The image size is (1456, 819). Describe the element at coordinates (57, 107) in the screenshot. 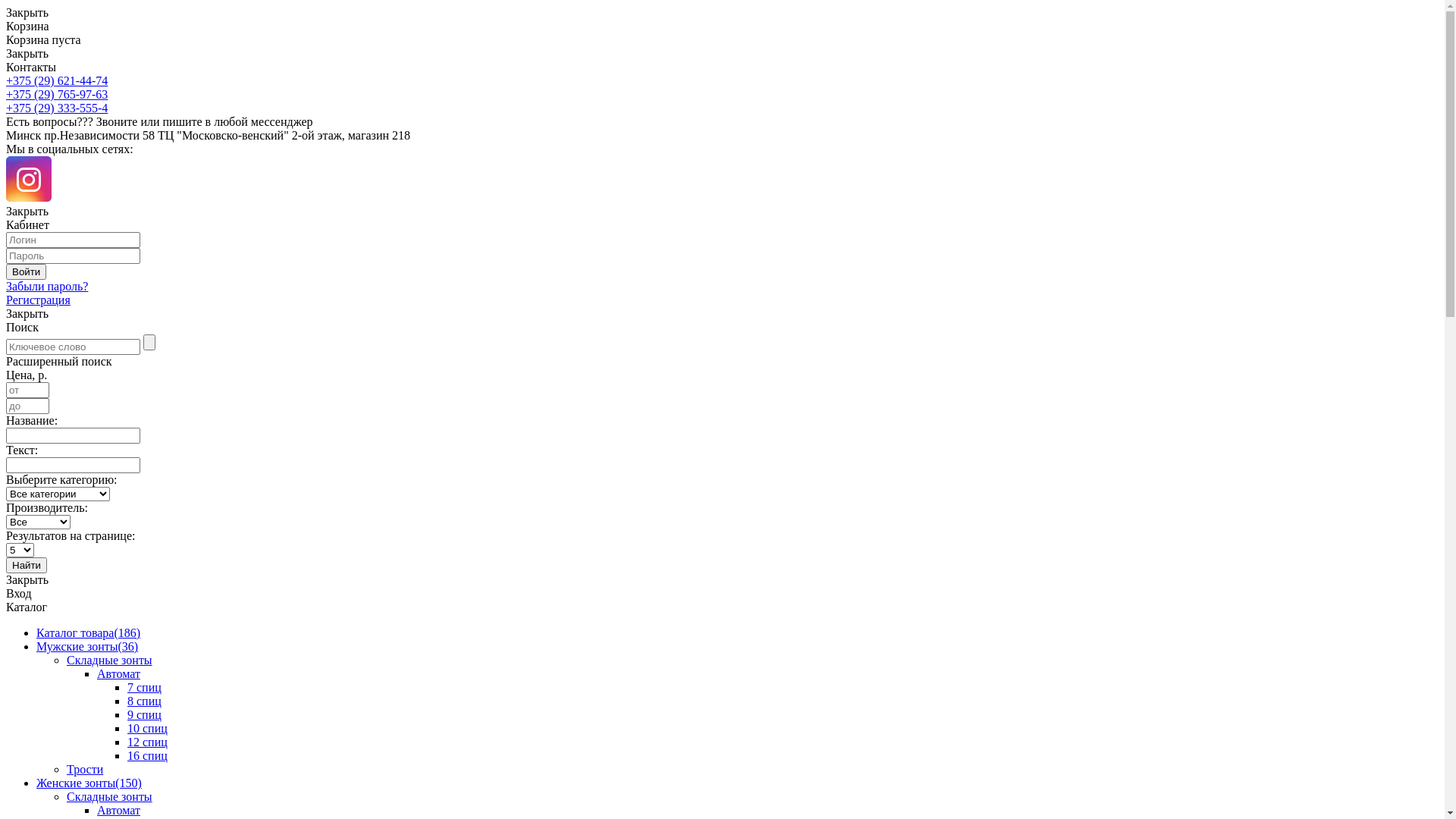

I see `'+375 (29) 333-555-4'` at that location.